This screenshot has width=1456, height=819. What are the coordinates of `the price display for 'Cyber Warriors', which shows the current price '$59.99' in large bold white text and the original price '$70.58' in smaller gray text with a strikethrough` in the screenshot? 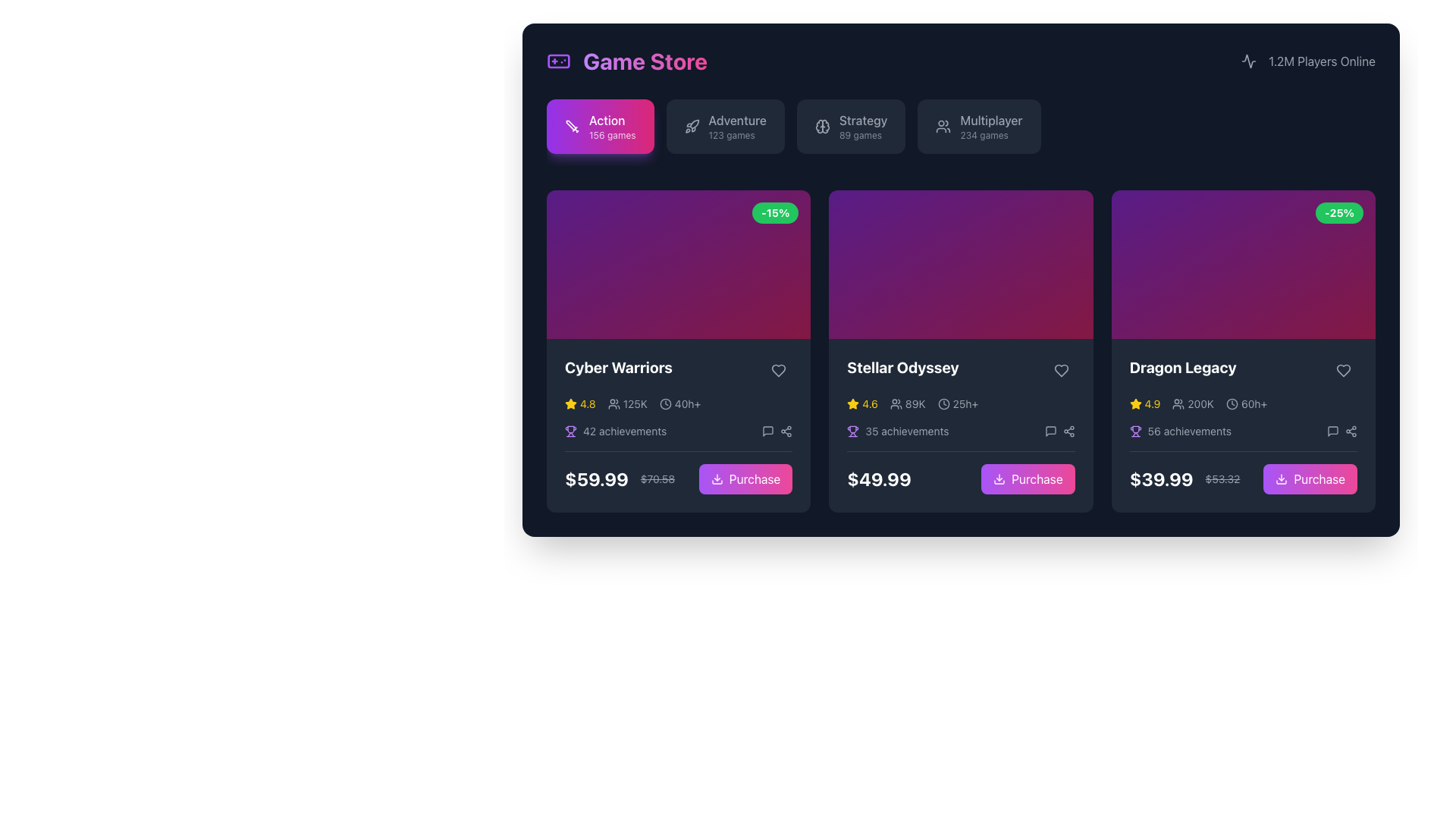 It's located at (620, 479).